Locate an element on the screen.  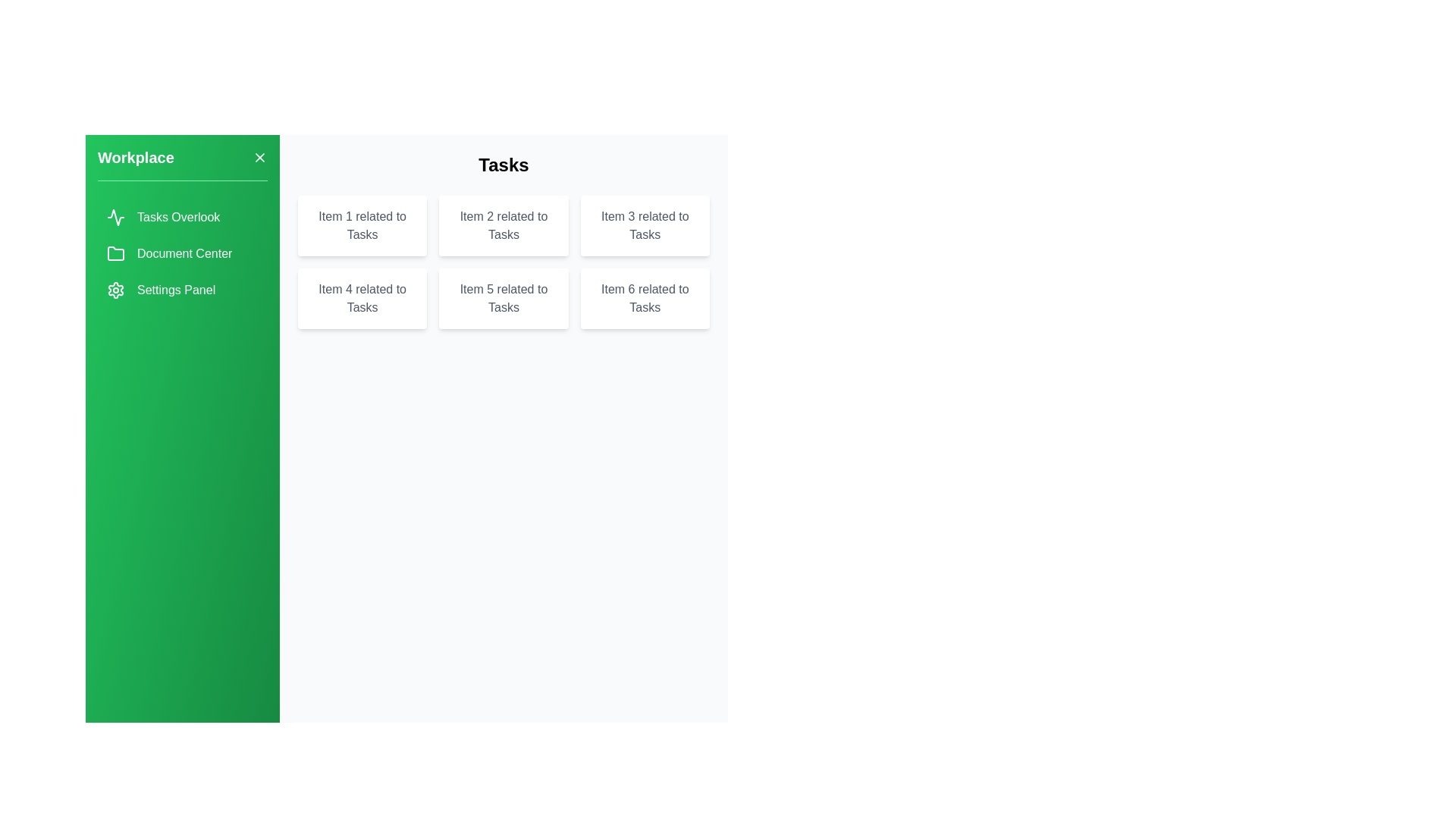
the close button to toggle the drawer closed is located at coordinates (259, 158).